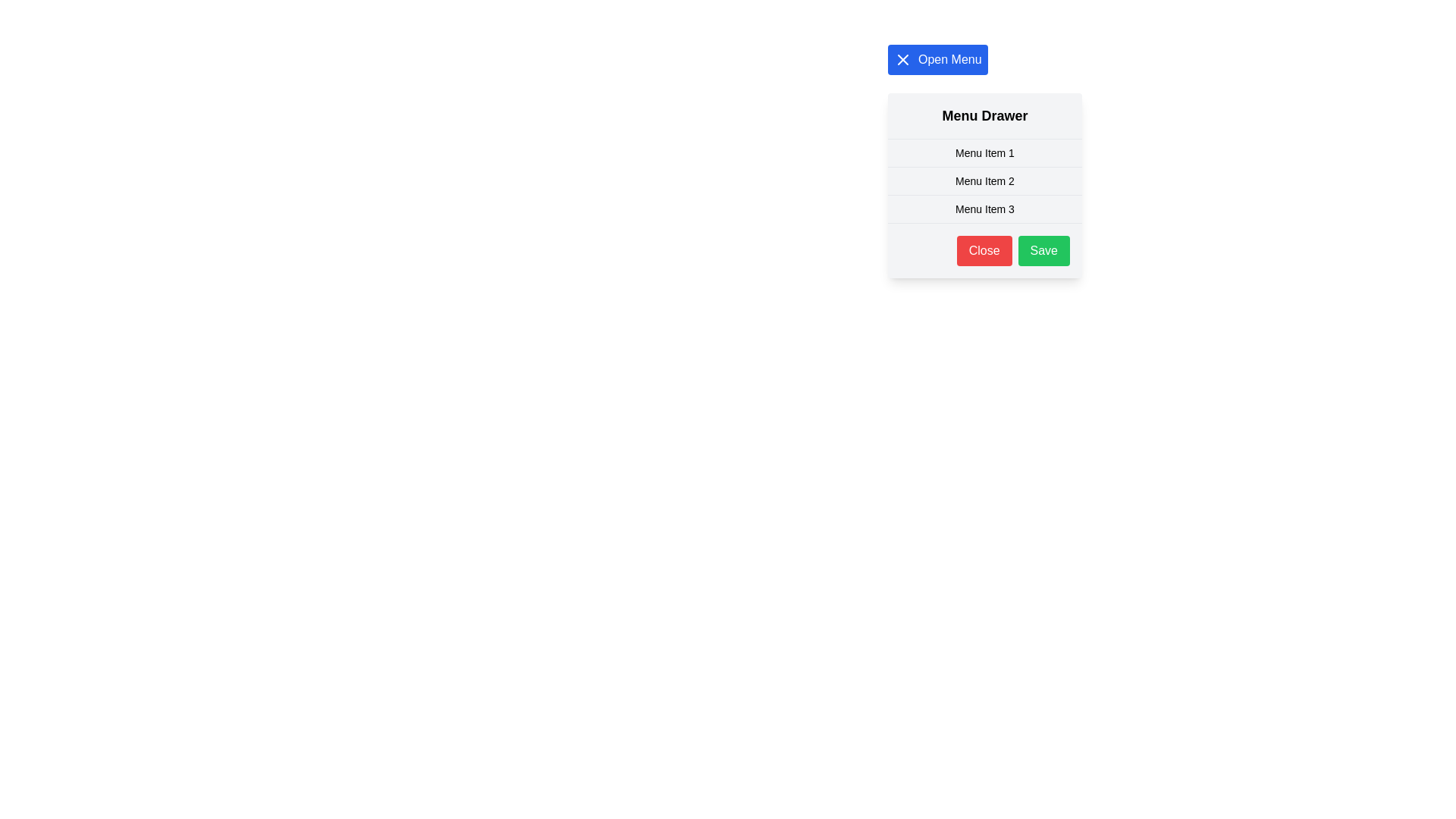 The image size is (1456, 819). Describe the element at coordinates (985, 153) in the screenshot. I see `the topmost menu option in the 'Menu Drawer' to change its background color` at that location.